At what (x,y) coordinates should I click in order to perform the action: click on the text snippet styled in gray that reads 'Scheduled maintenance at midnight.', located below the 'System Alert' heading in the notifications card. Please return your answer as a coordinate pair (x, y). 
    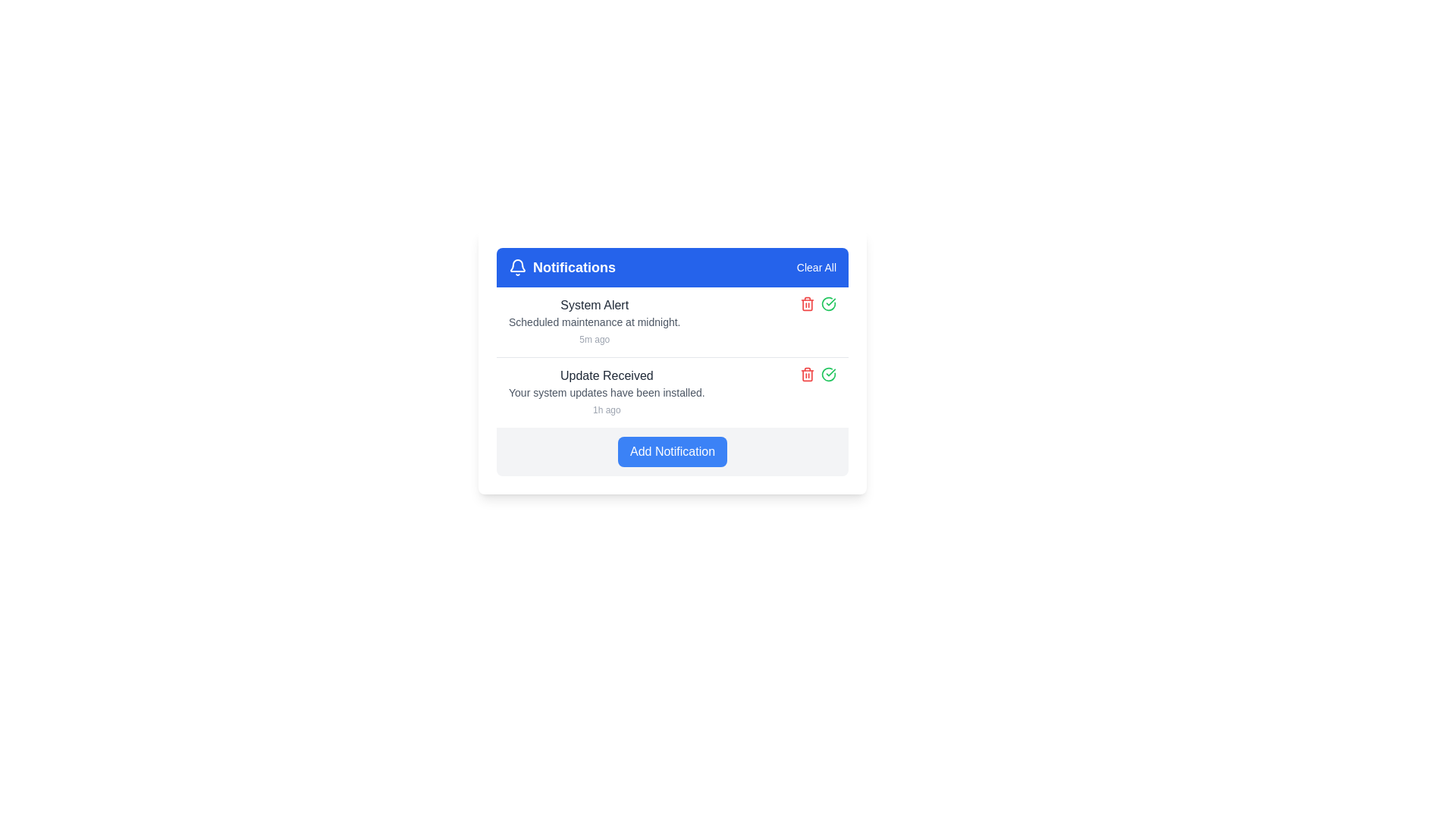
    Looking at the image, I should click on (594, 321).